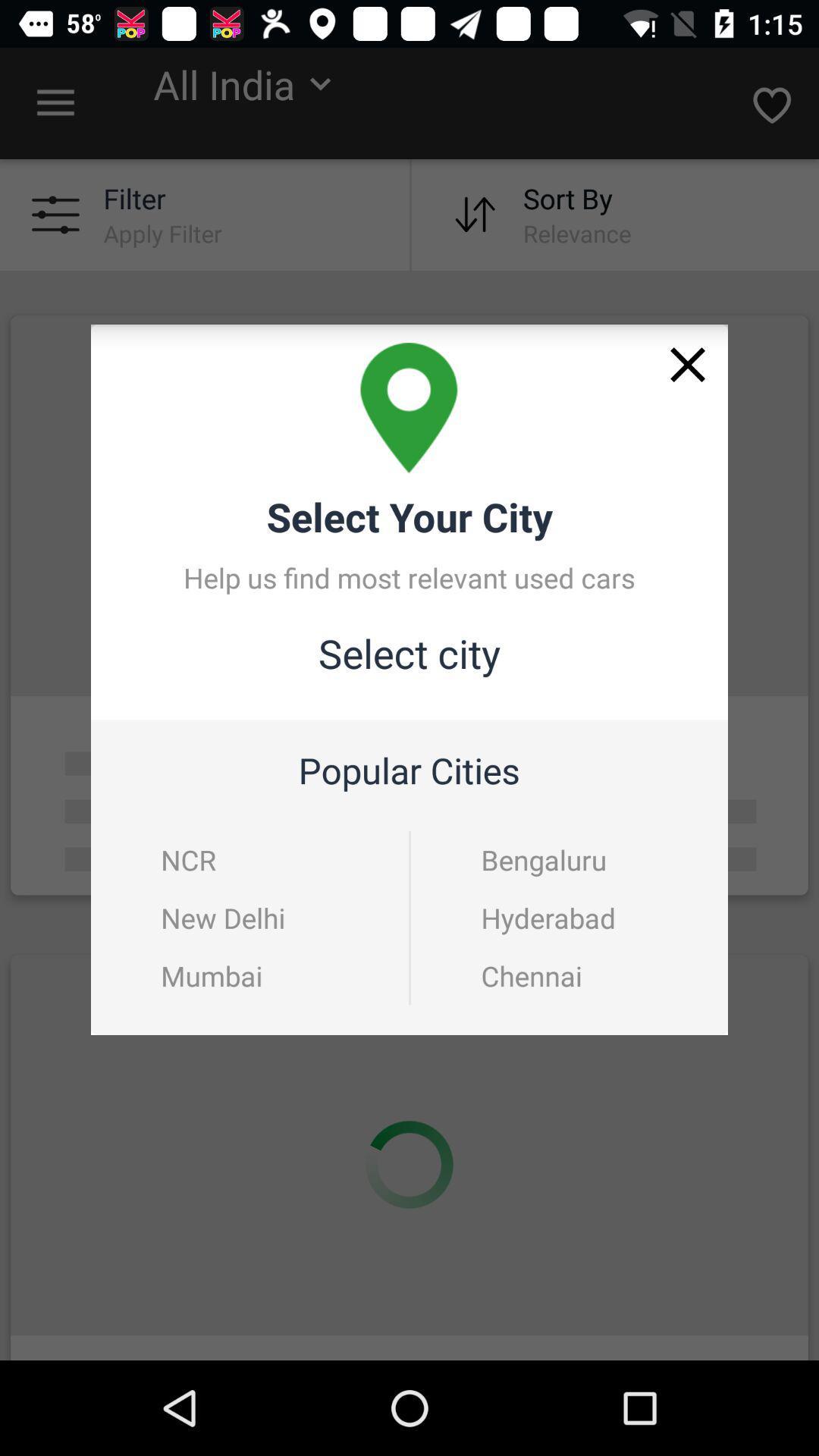  I want to click on the mumbai icon, so click(212, 975).